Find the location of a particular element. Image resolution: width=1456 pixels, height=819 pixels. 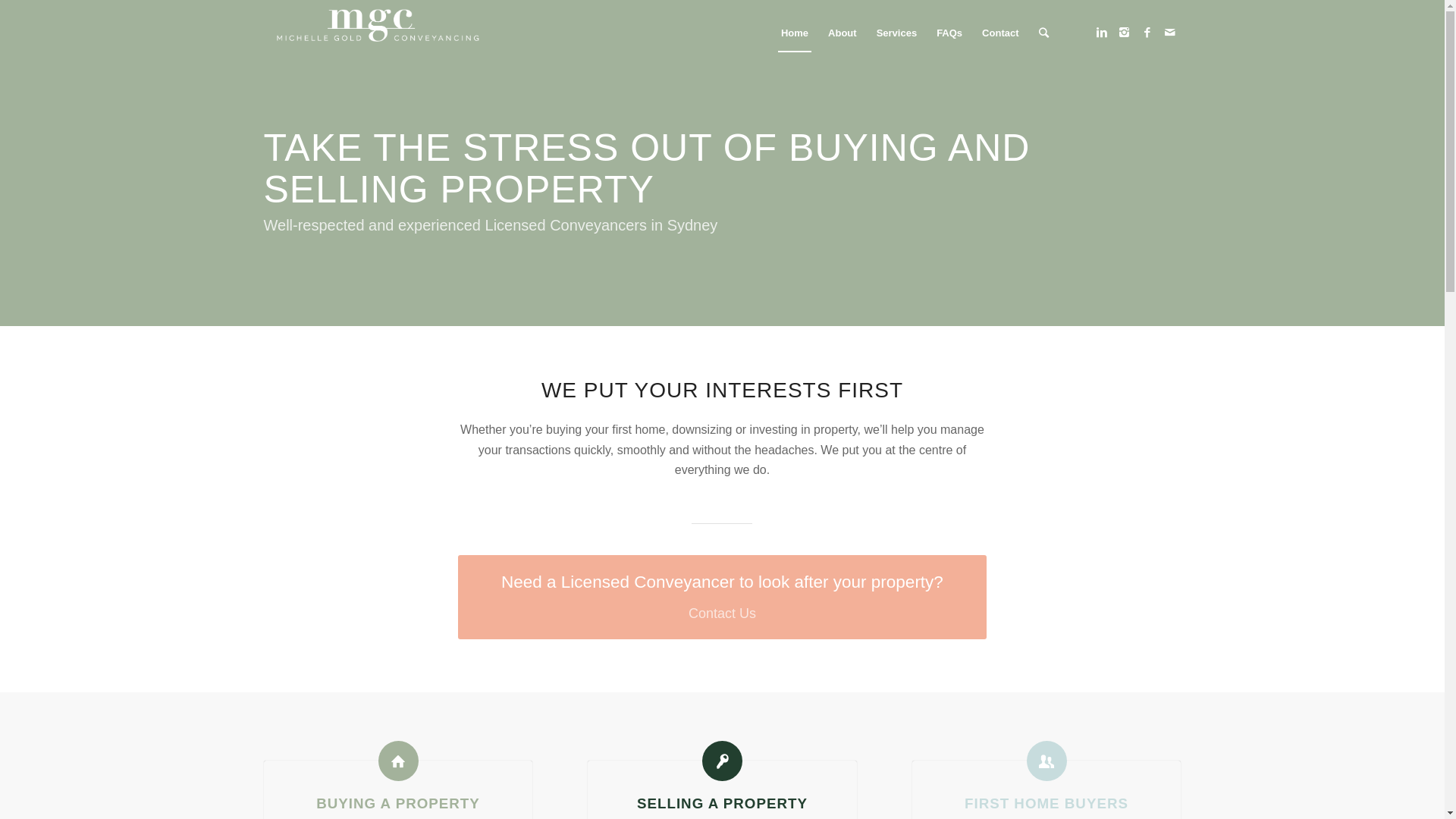

'Linkedin' is located at coordinates (1102, 32).